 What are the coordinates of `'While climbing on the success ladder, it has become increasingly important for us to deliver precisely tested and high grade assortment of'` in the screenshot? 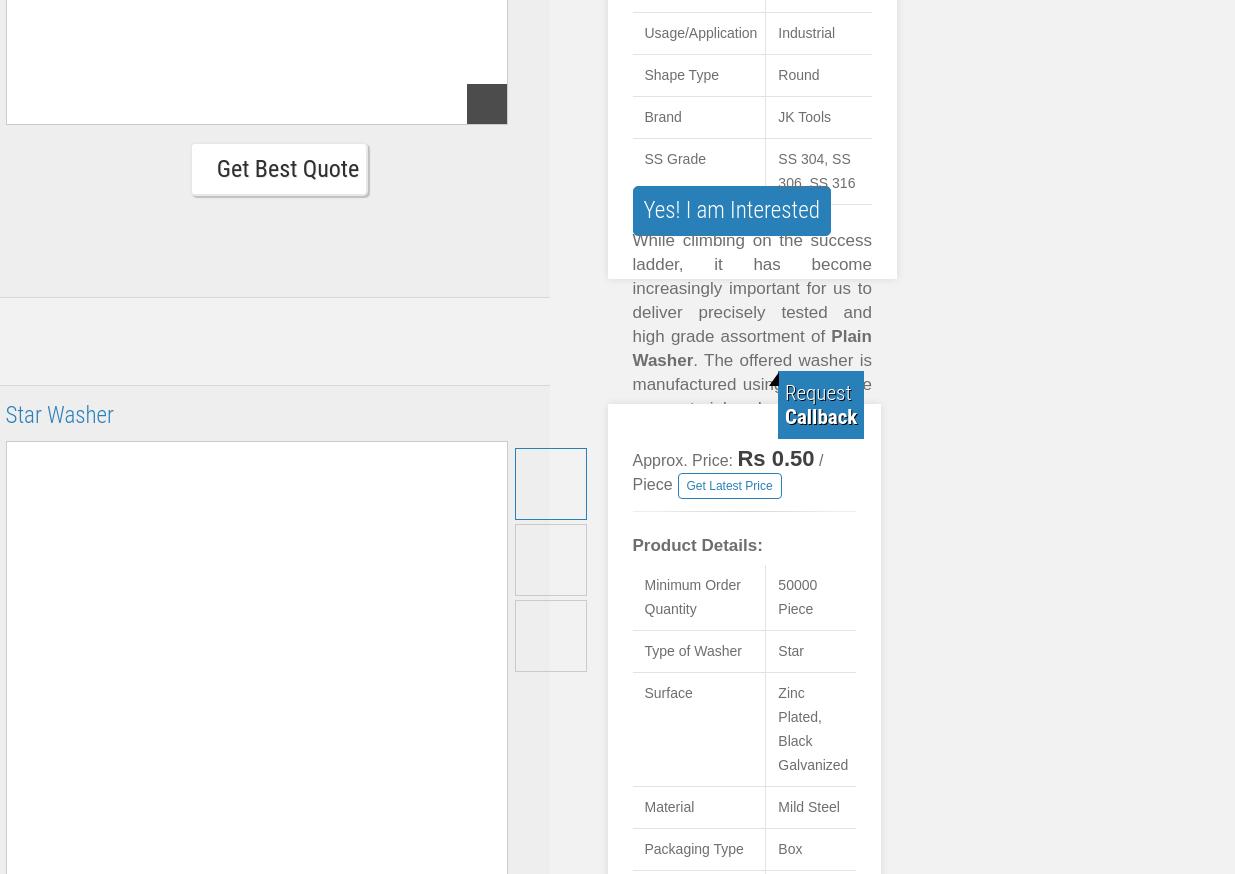 It's located at (751, 288).